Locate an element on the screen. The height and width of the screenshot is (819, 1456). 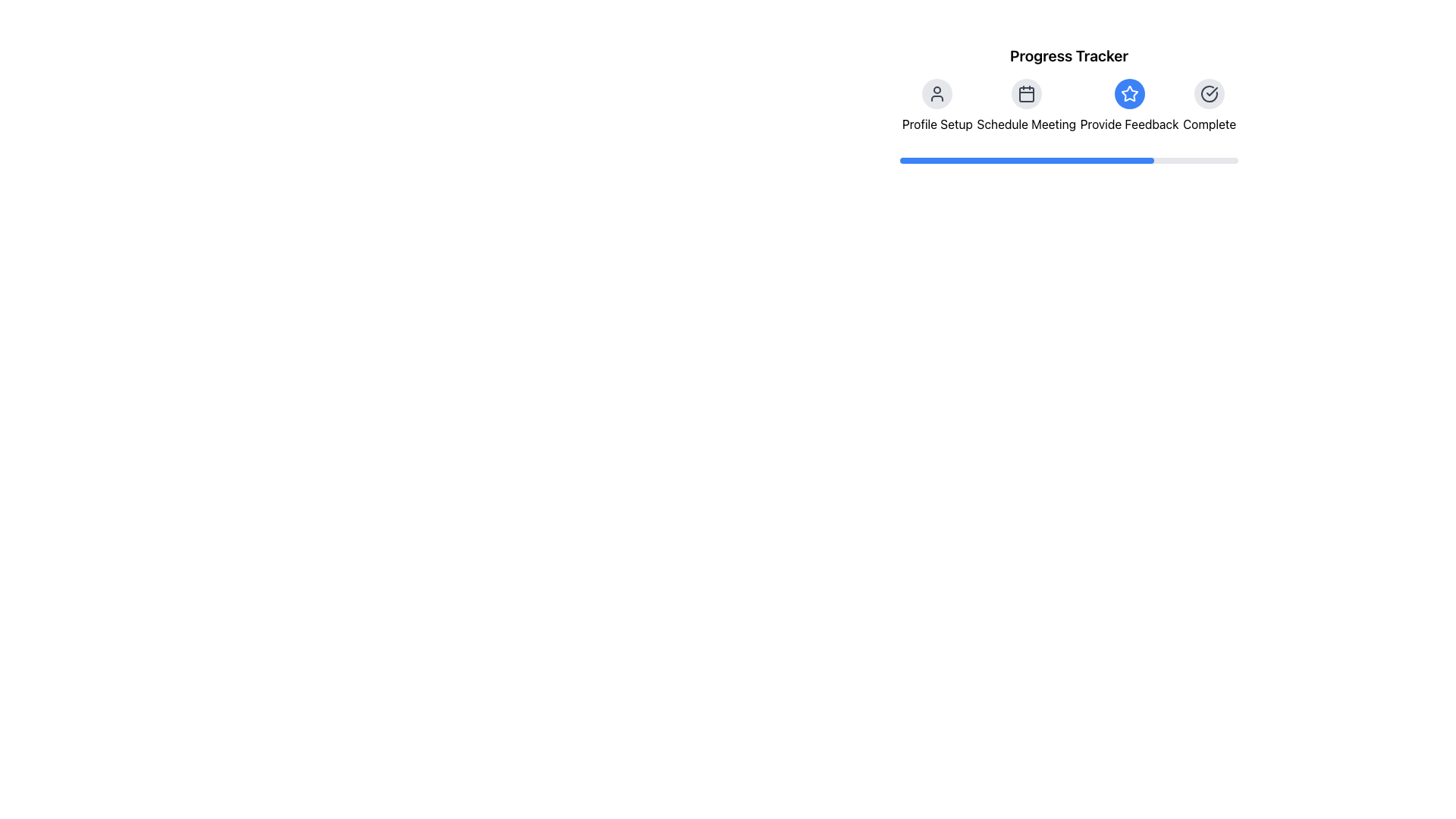
the circular button with a checkmark icon located in the 'Complete' section of the progress tracker is located at coordinates (1209, 93).